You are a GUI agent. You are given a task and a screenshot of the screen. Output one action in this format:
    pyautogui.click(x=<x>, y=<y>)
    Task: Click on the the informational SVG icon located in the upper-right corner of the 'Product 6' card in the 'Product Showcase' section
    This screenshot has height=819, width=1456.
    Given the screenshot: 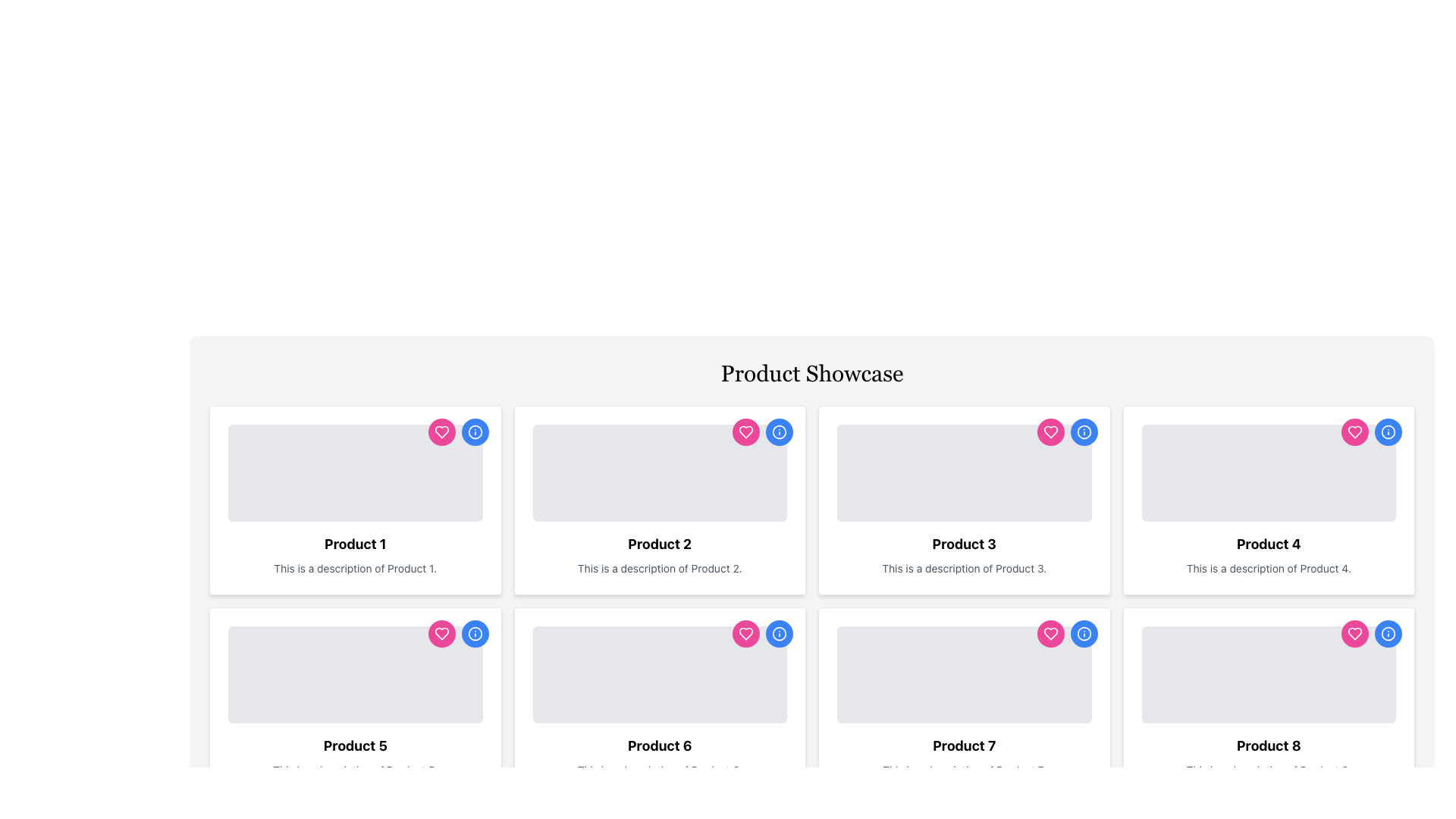 What is the action you would take?
    pyautogui.click(x=779, y=634)
    